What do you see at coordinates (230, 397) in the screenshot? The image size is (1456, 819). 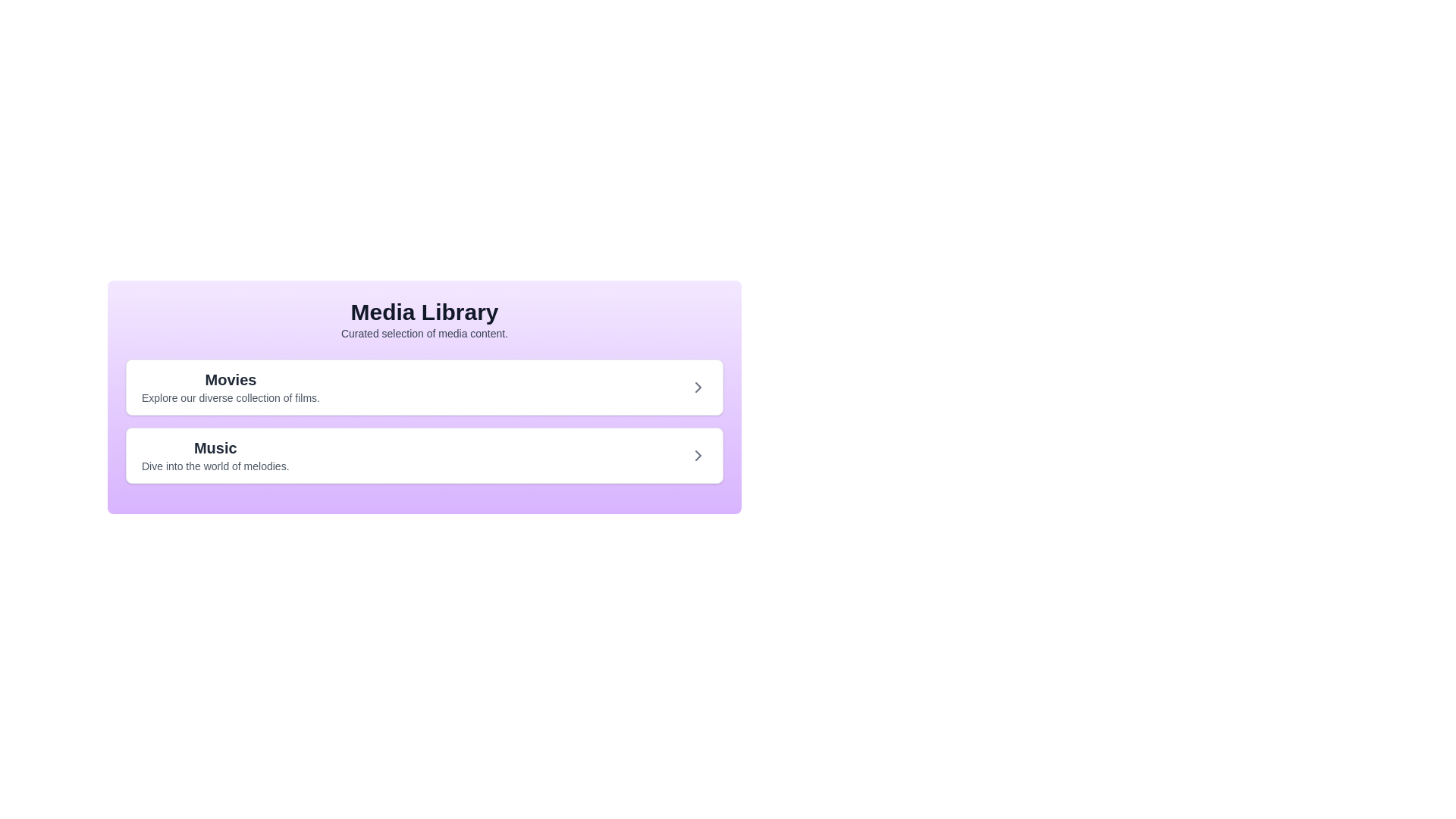 I see `the text label displaying 'Explore our diverse collection of films.' located below the 'Movies' heading in the 'Media Library' interface` at bounding box center [230, 397].